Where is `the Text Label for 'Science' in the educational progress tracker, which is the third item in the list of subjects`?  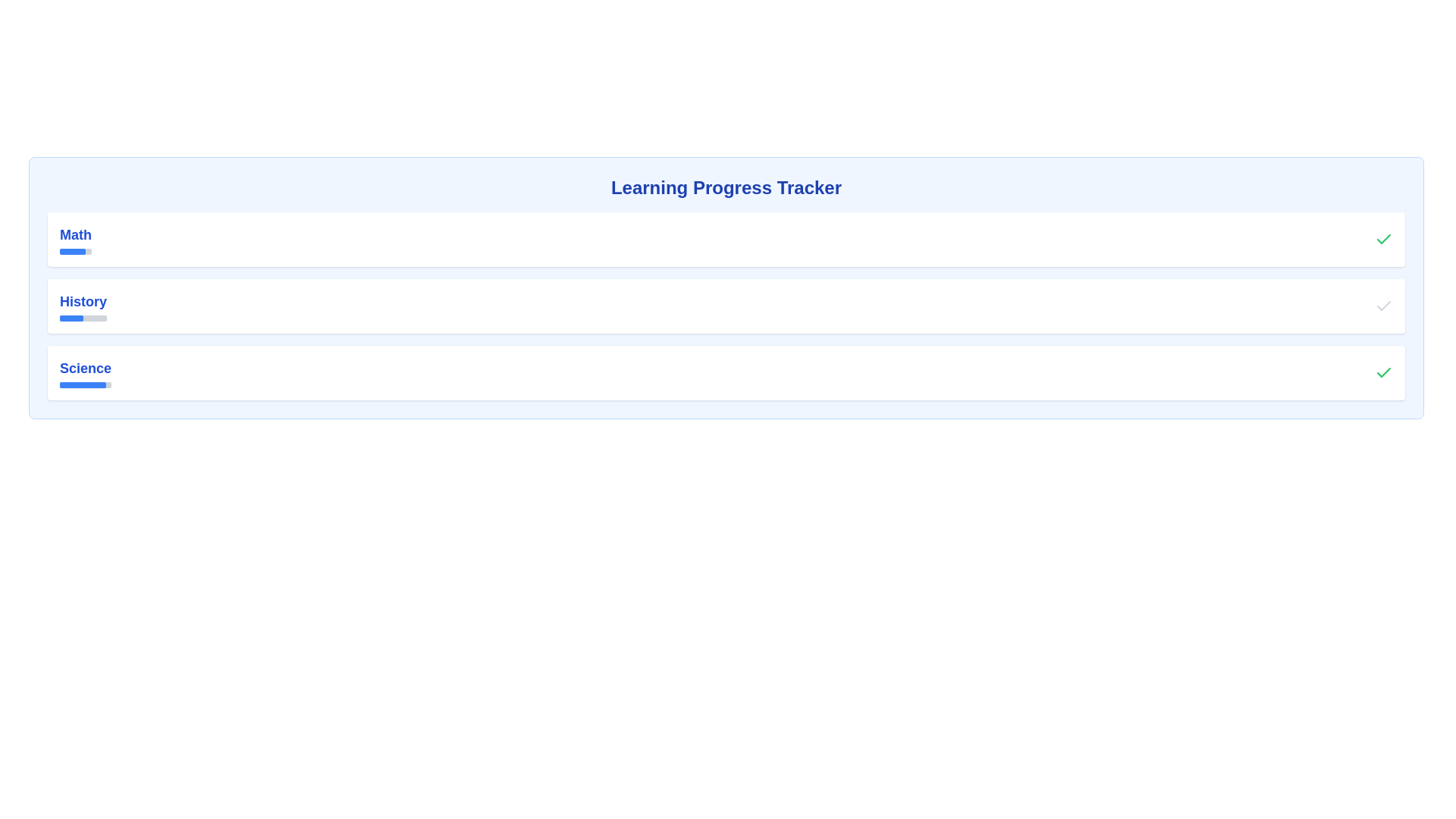
the Text Label for 'Science' in the educational progress tracker, which is the third item in the list of subjects is located at coordinates (85, 369).